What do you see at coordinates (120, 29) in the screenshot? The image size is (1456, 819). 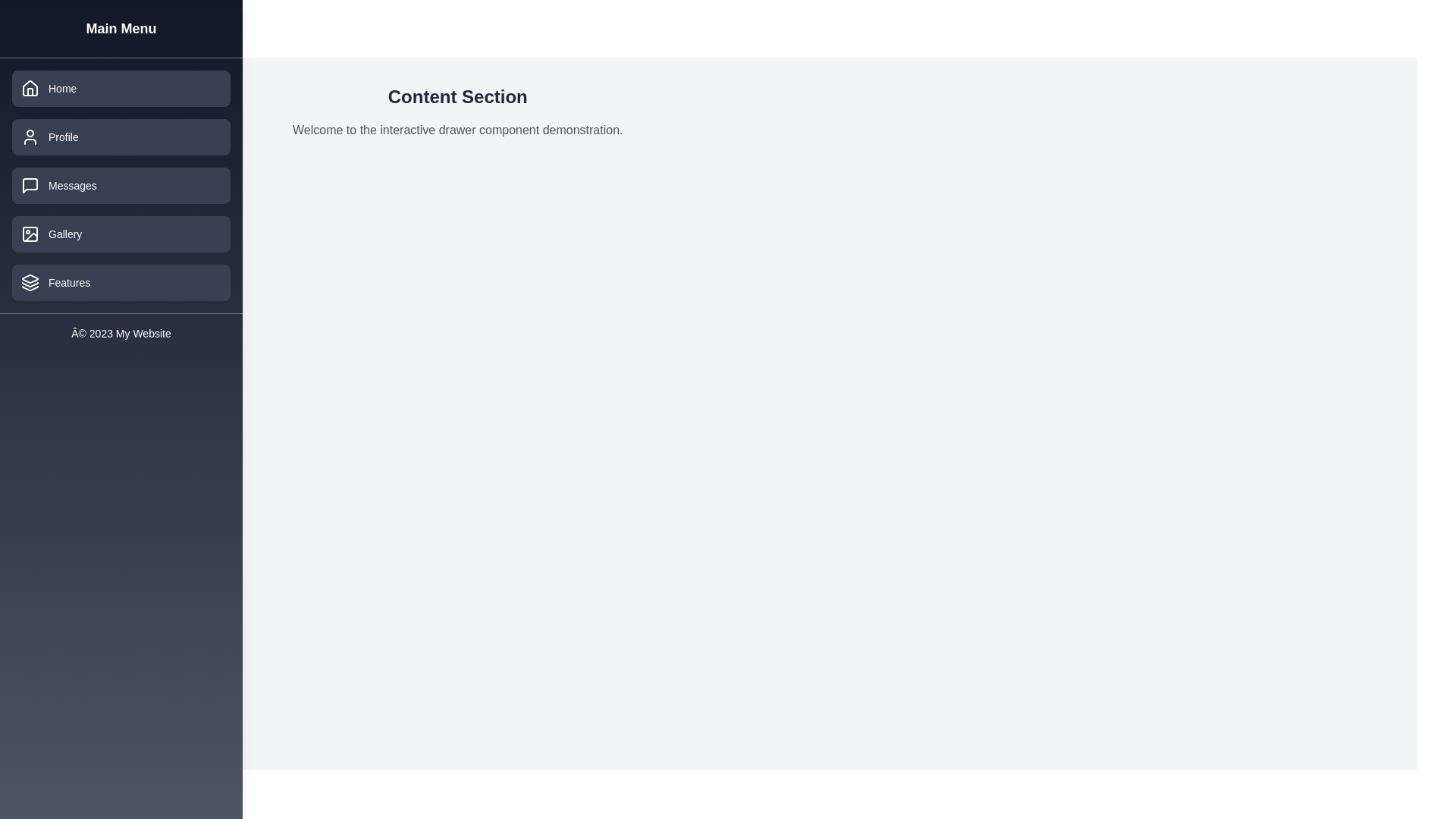 I see `the text label that serves as a heading or title for the sidebar, indicating the main menu options` at bounding box center [120, 29].